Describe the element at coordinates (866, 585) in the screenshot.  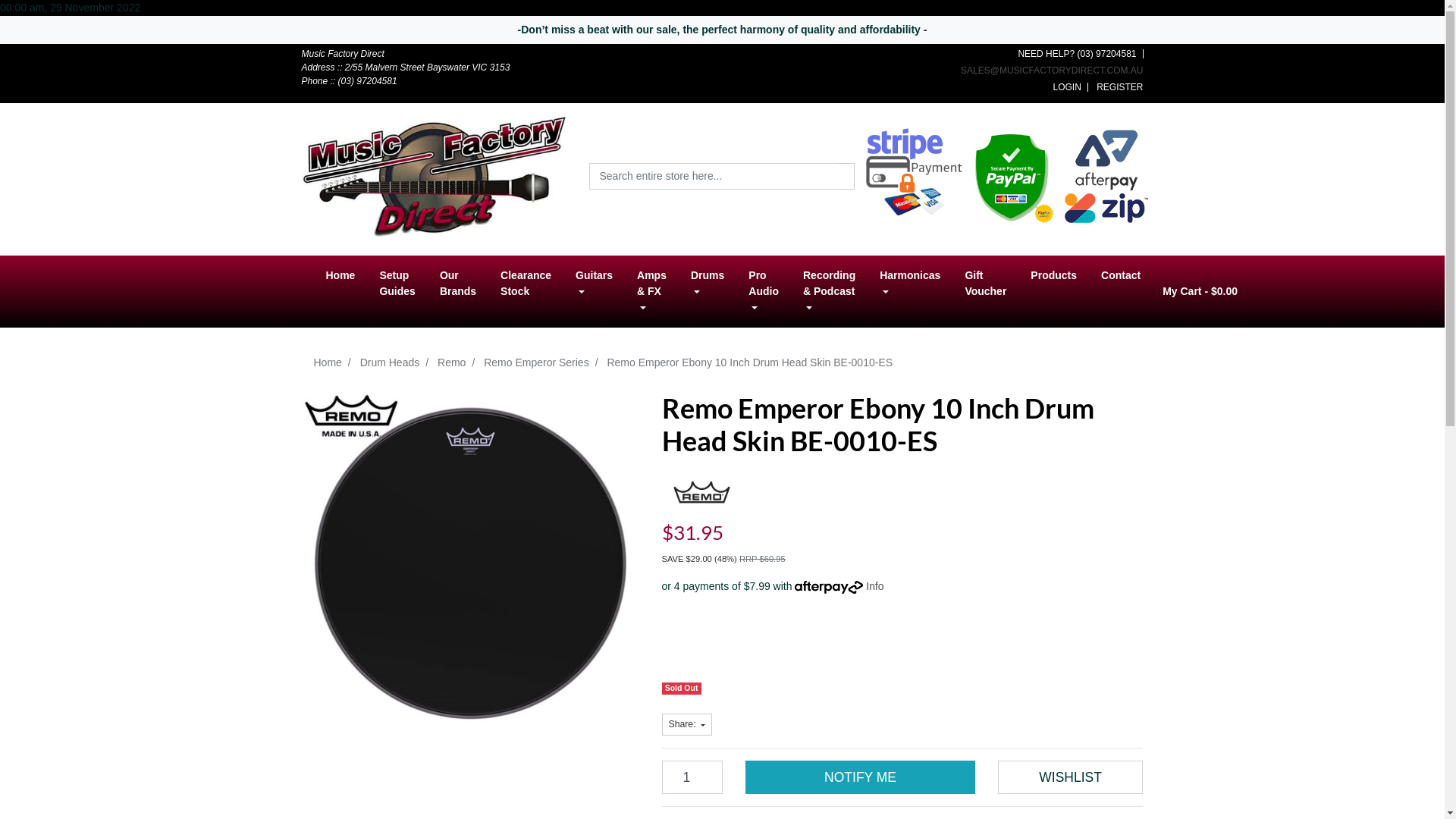
I see `'Info'` at that location.